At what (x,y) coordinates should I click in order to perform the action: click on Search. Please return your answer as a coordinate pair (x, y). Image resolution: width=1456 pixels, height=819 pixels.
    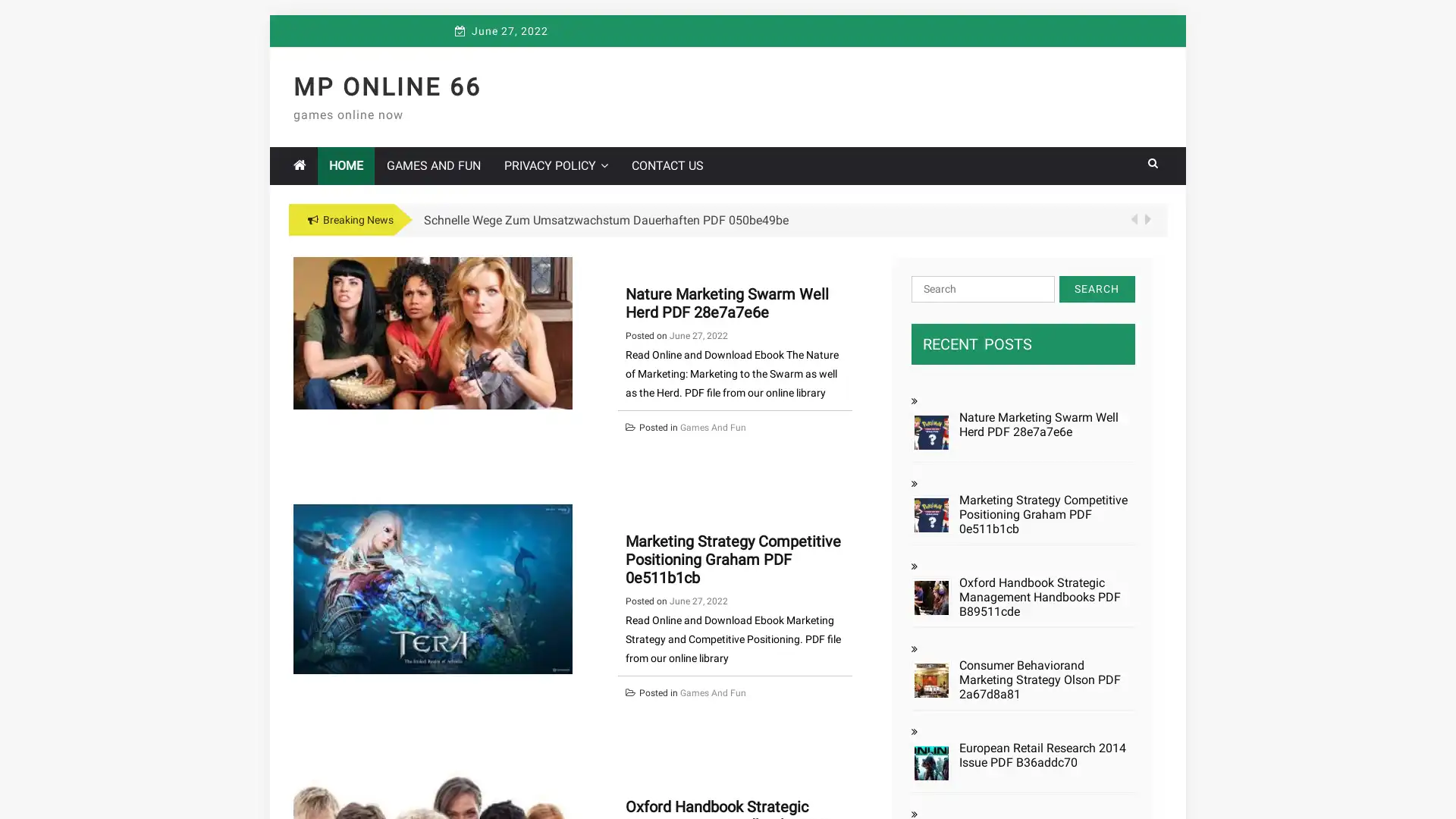
    Looking at the image, I should click on (1096, 288).